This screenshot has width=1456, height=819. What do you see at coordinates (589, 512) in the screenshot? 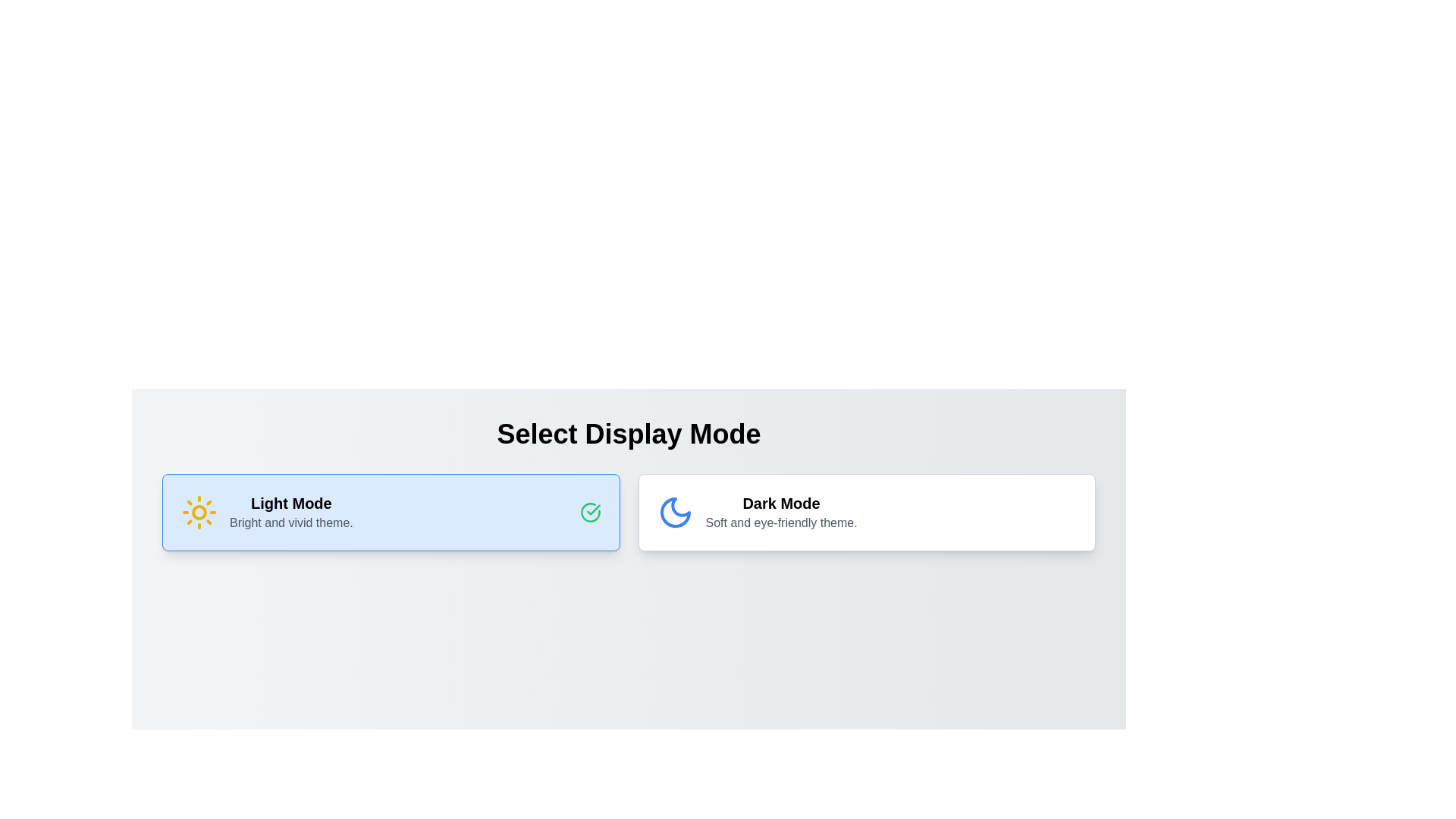
I see `the green circular checkmark icon located in the top-right section of the Light Mode card, which has a distinct outline and a visible check inside it` at bounding box center [589, 512].